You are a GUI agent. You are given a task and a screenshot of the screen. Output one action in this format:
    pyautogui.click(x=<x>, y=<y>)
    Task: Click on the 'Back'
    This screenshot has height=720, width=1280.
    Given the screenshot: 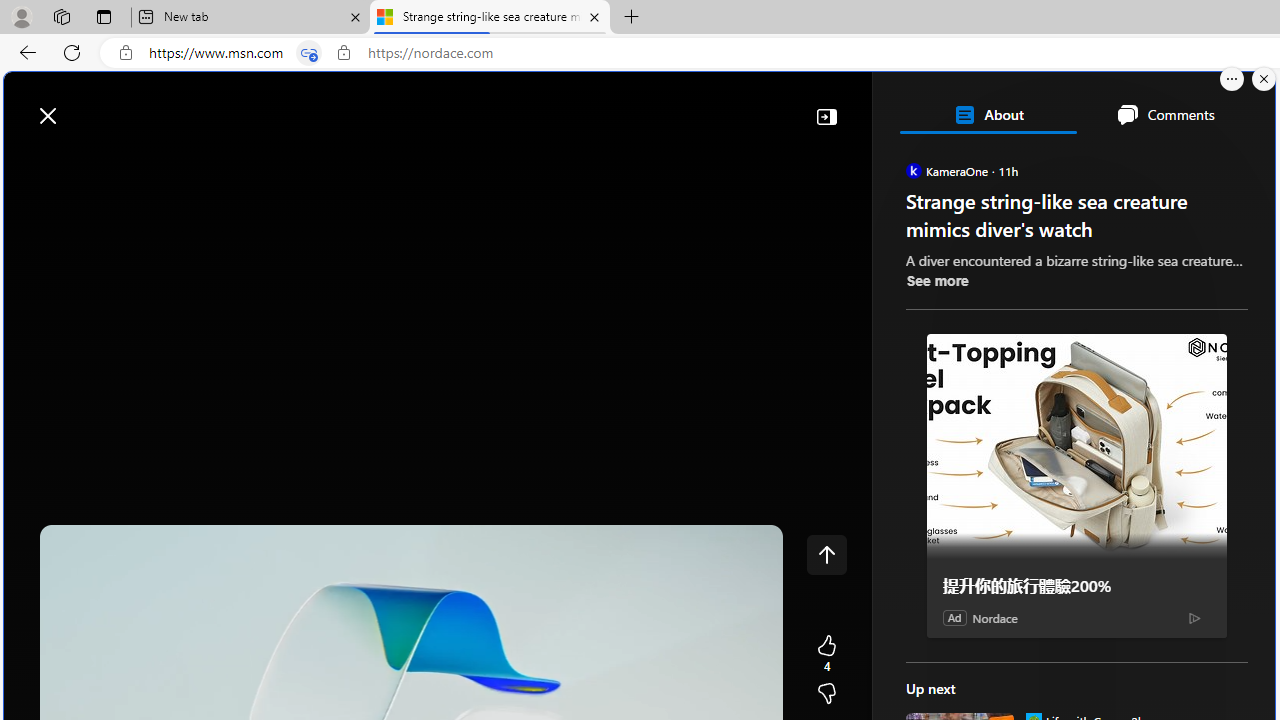 What is the action you would take?
    pyautogui.click(x=24, y=51)
    